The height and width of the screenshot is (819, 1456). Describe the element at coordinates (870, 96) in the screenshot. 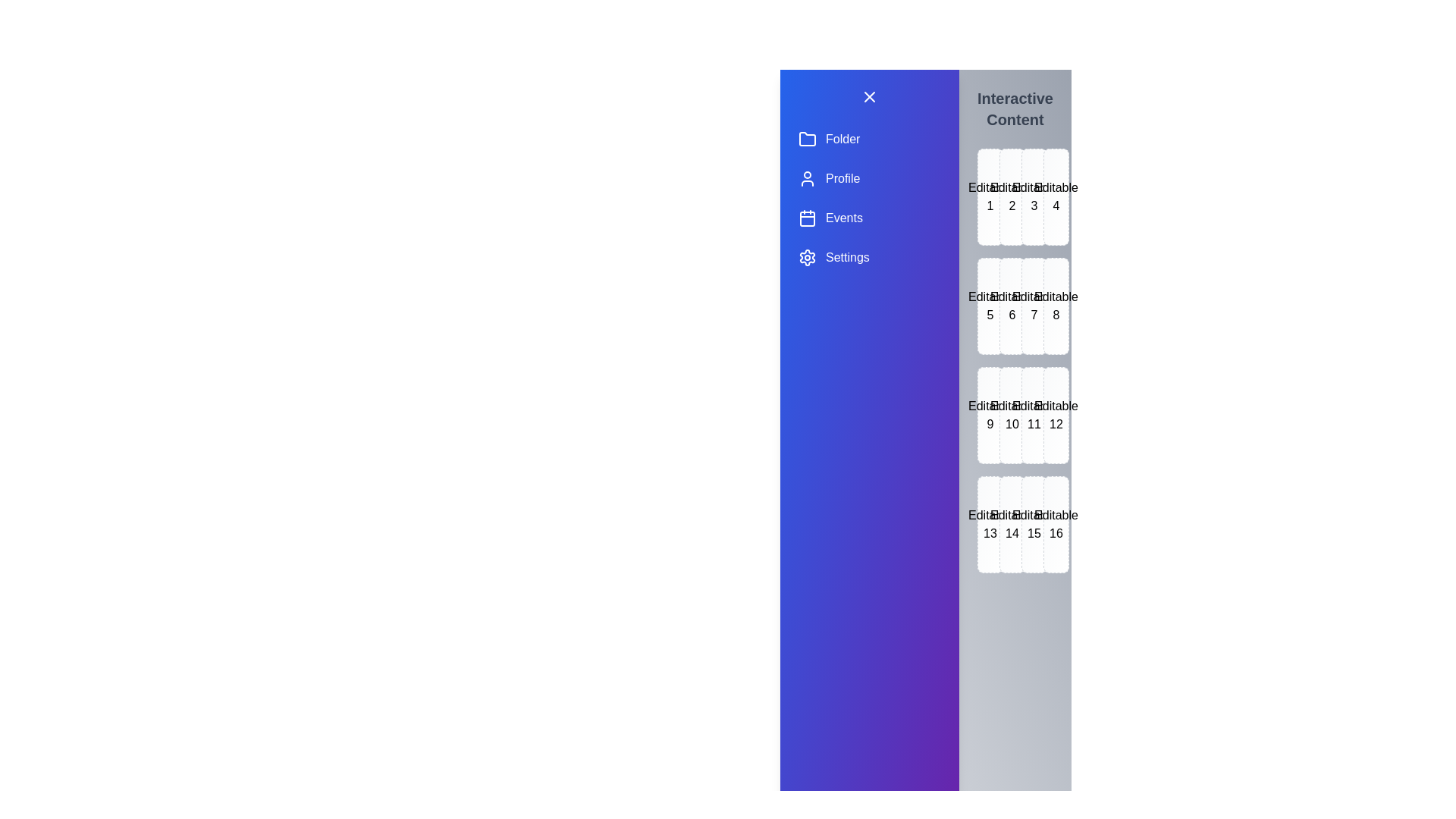

I see `toggle button to toggle the drawer open or closed` at that location.